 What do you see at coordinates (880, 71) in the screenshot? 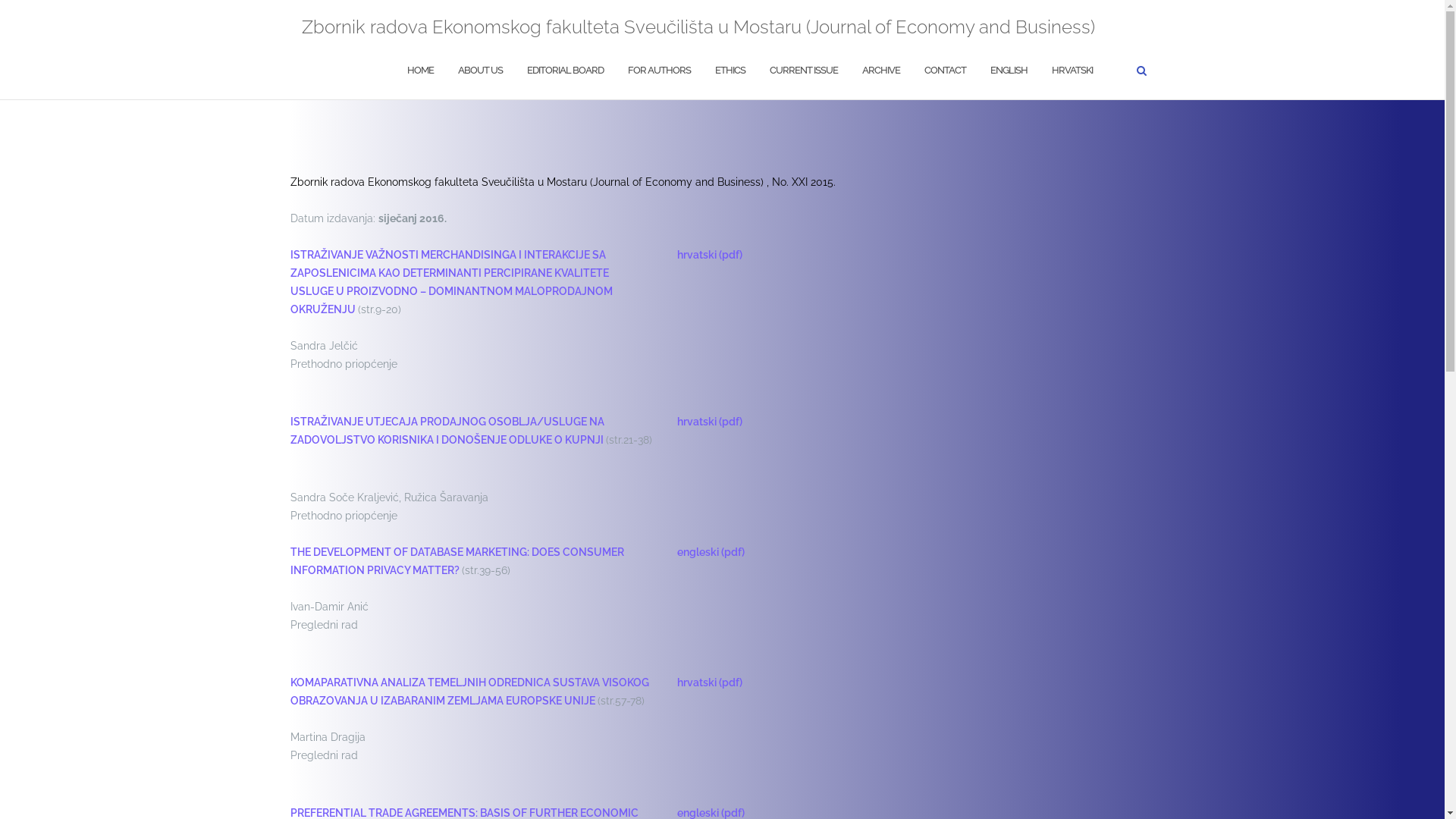
I see `'ARCHIVE'` at bounding box center [880, 71].